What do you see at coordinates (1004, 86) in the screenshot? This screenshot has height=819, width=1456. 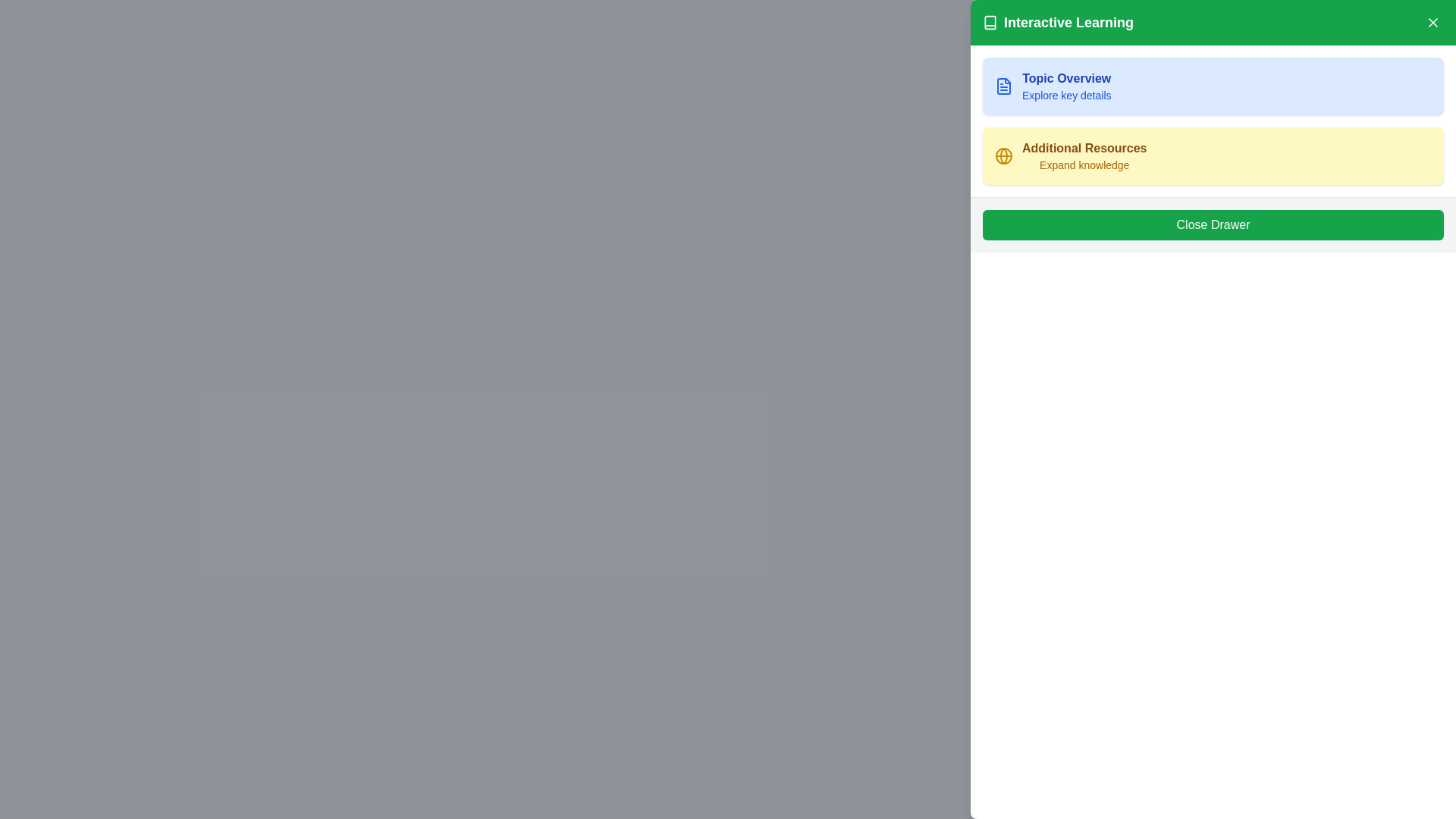 I see `the blue document icon located in the topmost section labeled 'Topic Overview' on the right-side panel` at bounding box center [1004, 86].